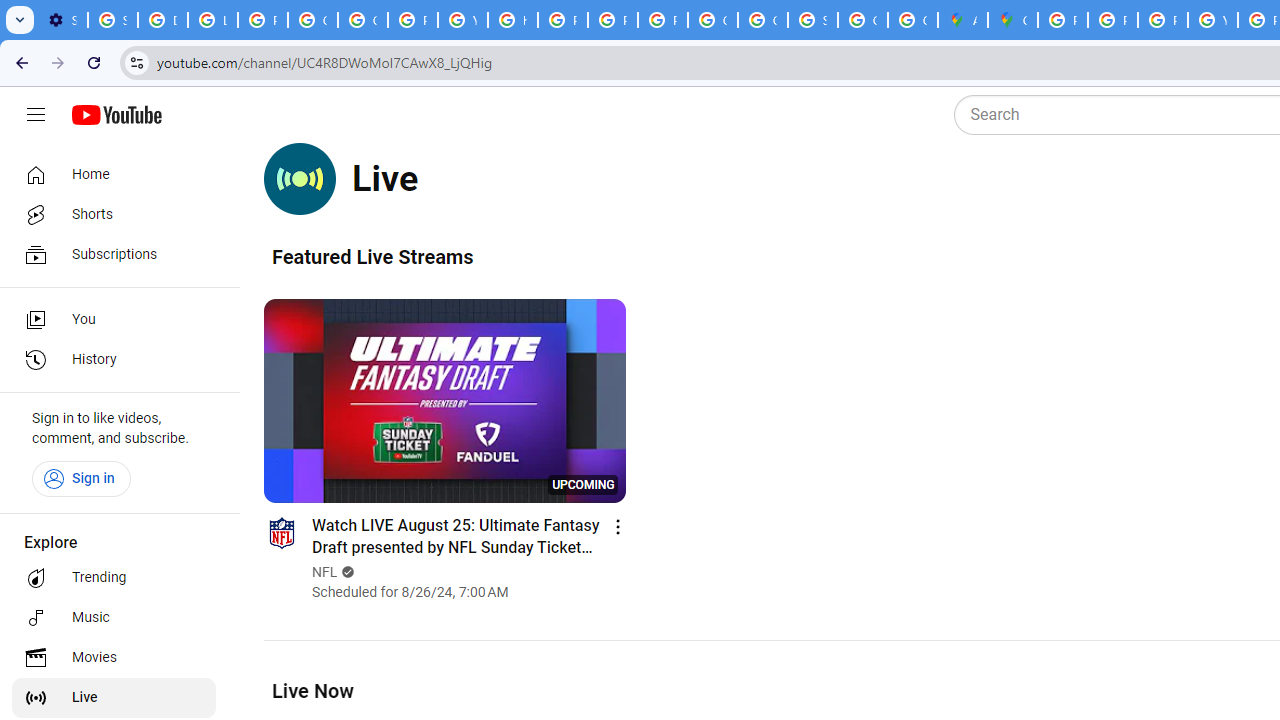 Image resolution: width=1280 pixels, height=720 pixels. I want to click on 'YouTube', so click(1211, 20).